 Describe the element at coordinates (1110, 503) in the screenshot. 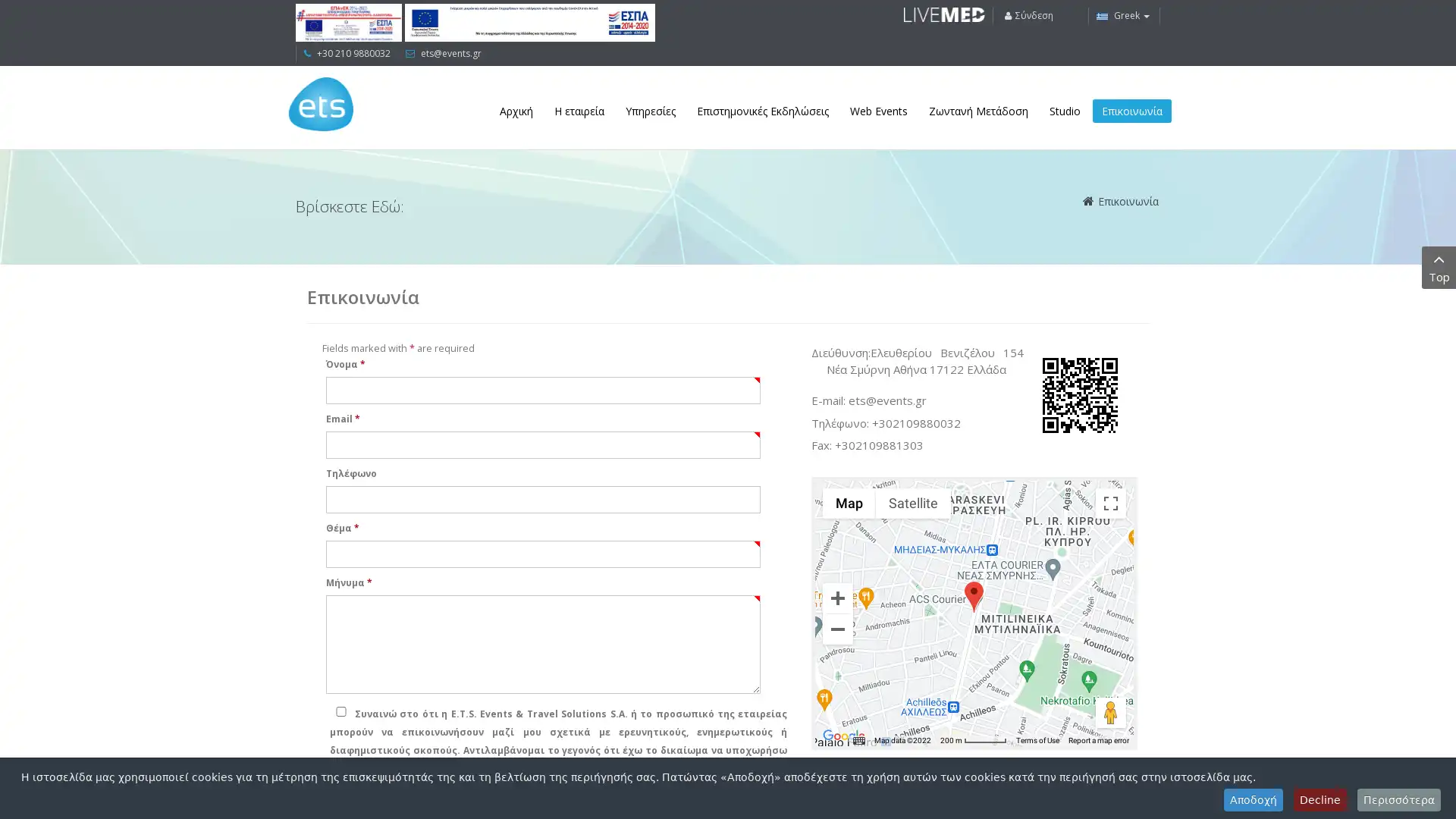

I see `Toggle fullscreen view` at that location.